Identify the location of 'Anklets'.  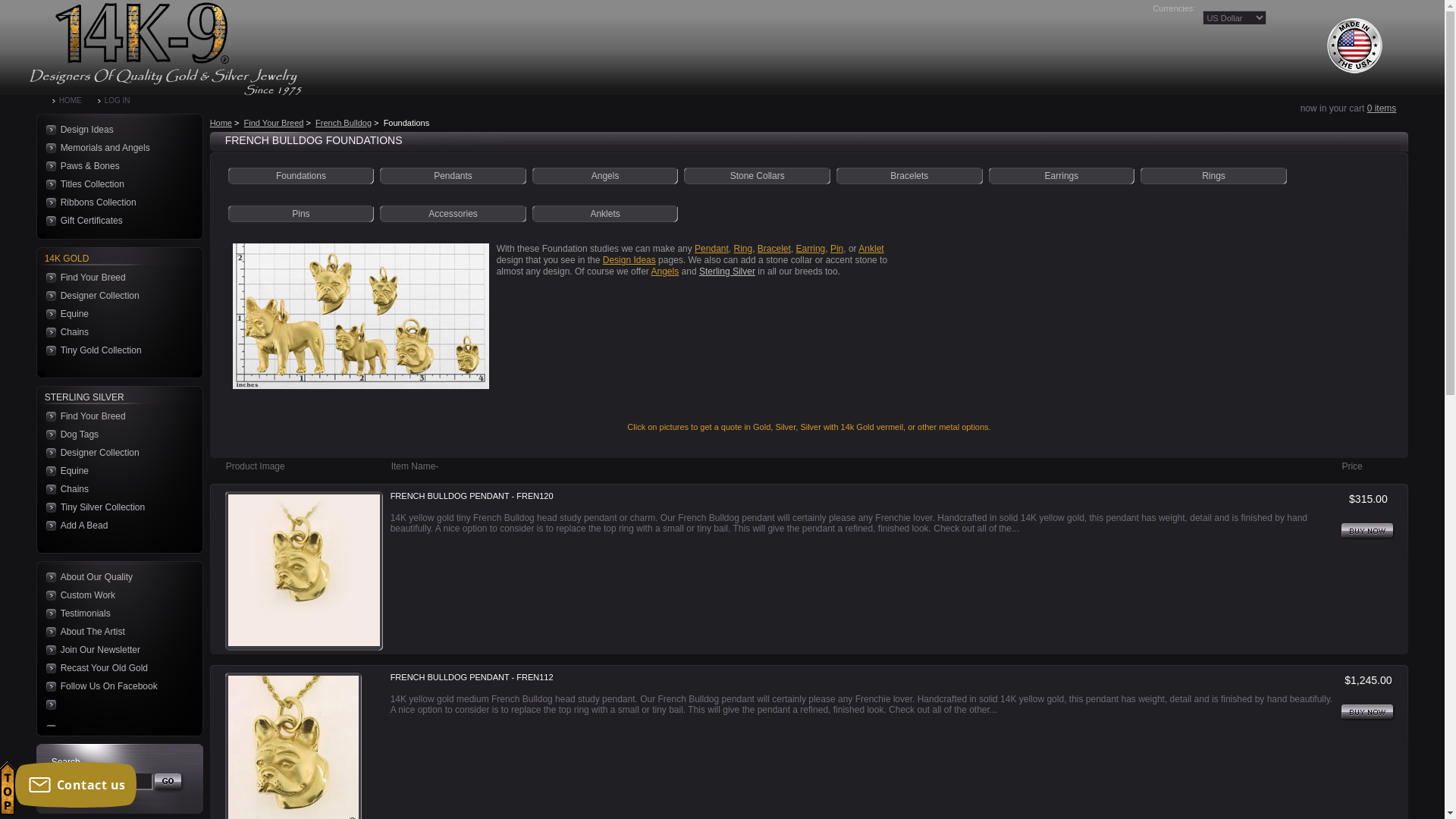
(604, 213).